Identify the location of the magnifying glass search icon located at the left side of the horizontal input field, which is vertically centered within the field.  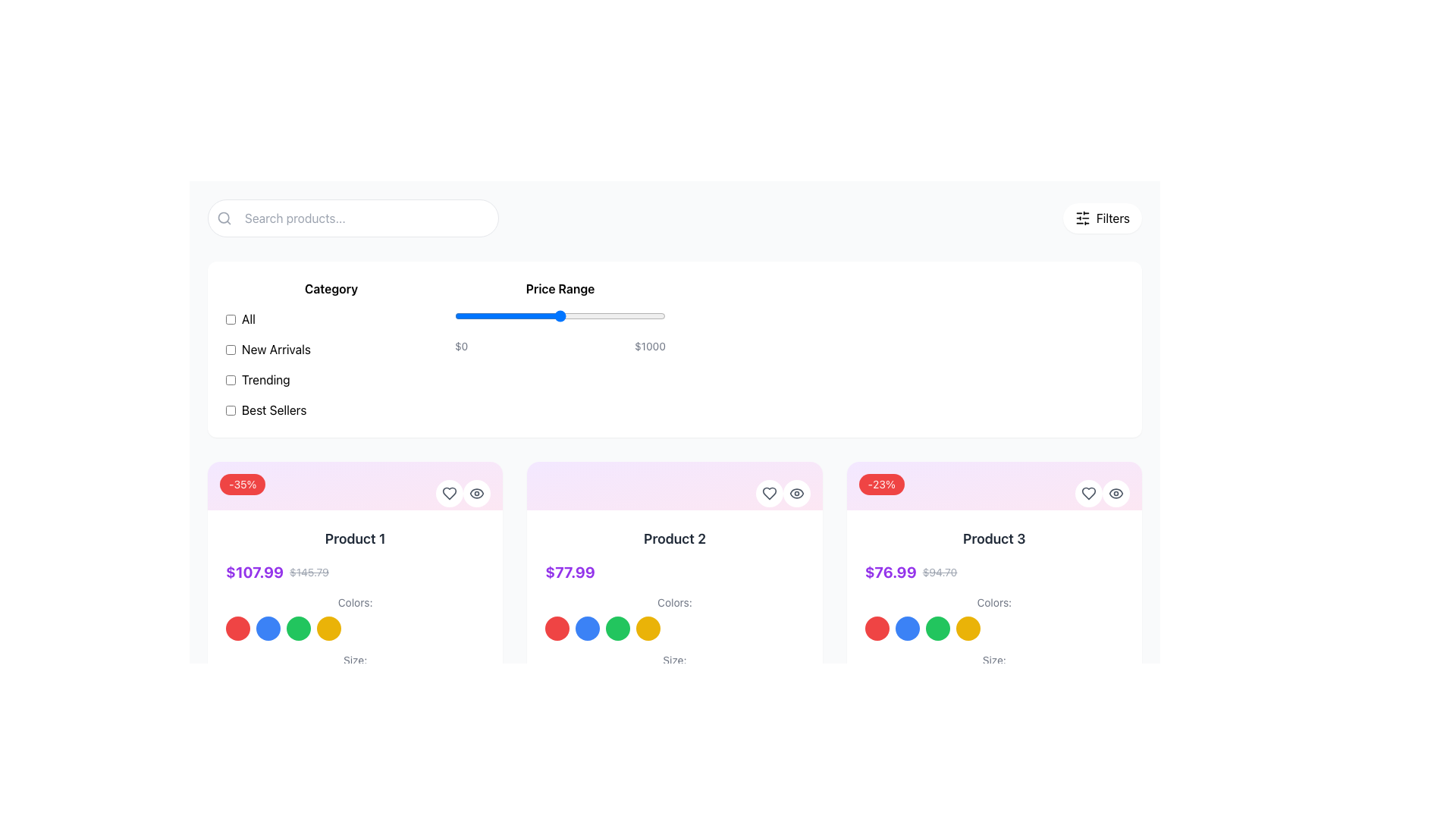
(224, 218).